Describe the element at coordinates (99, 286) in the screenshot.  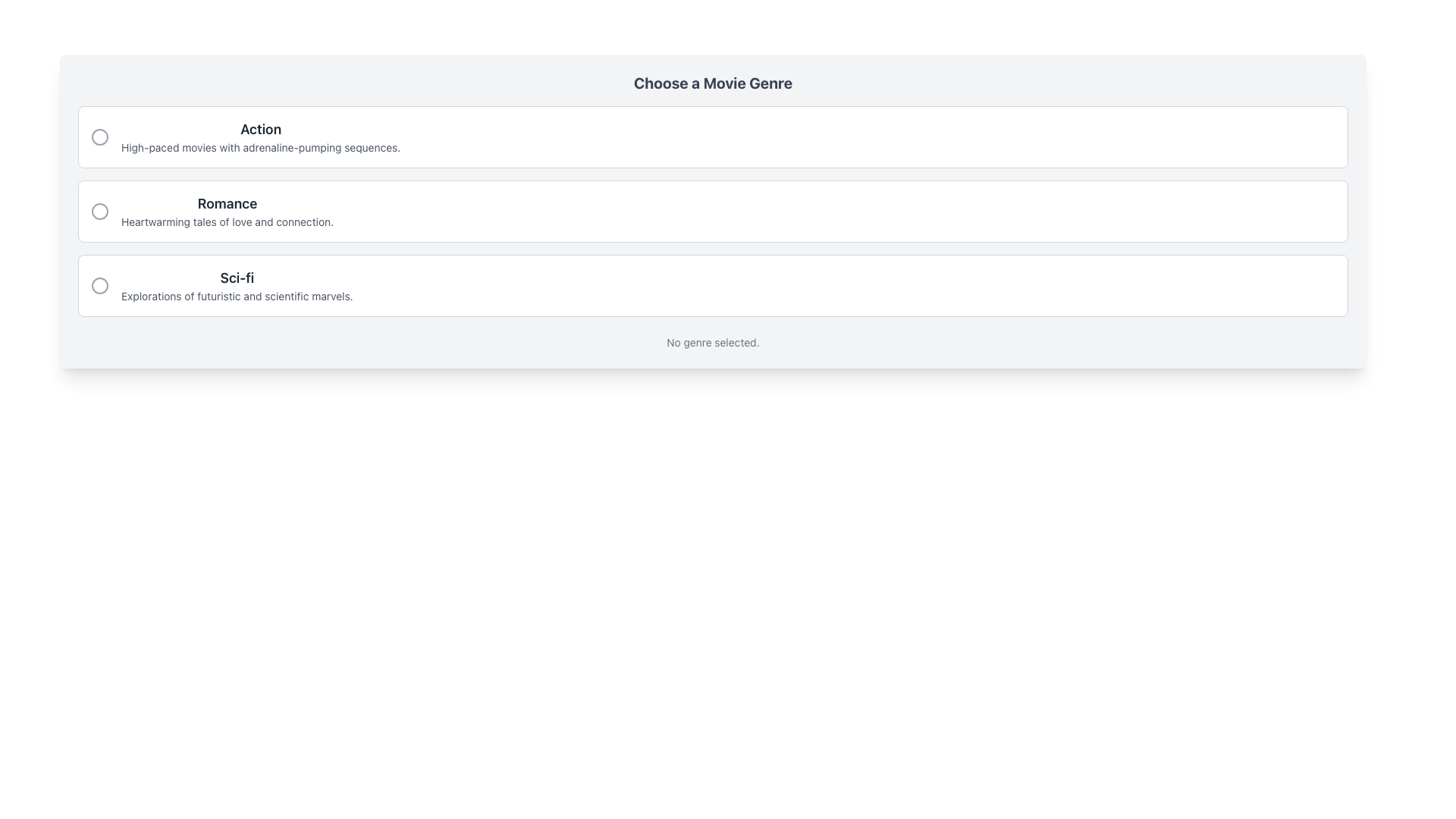
I see `the center of the circular radio button indicator located to the left of the 'Sci-fi' option` at that location.